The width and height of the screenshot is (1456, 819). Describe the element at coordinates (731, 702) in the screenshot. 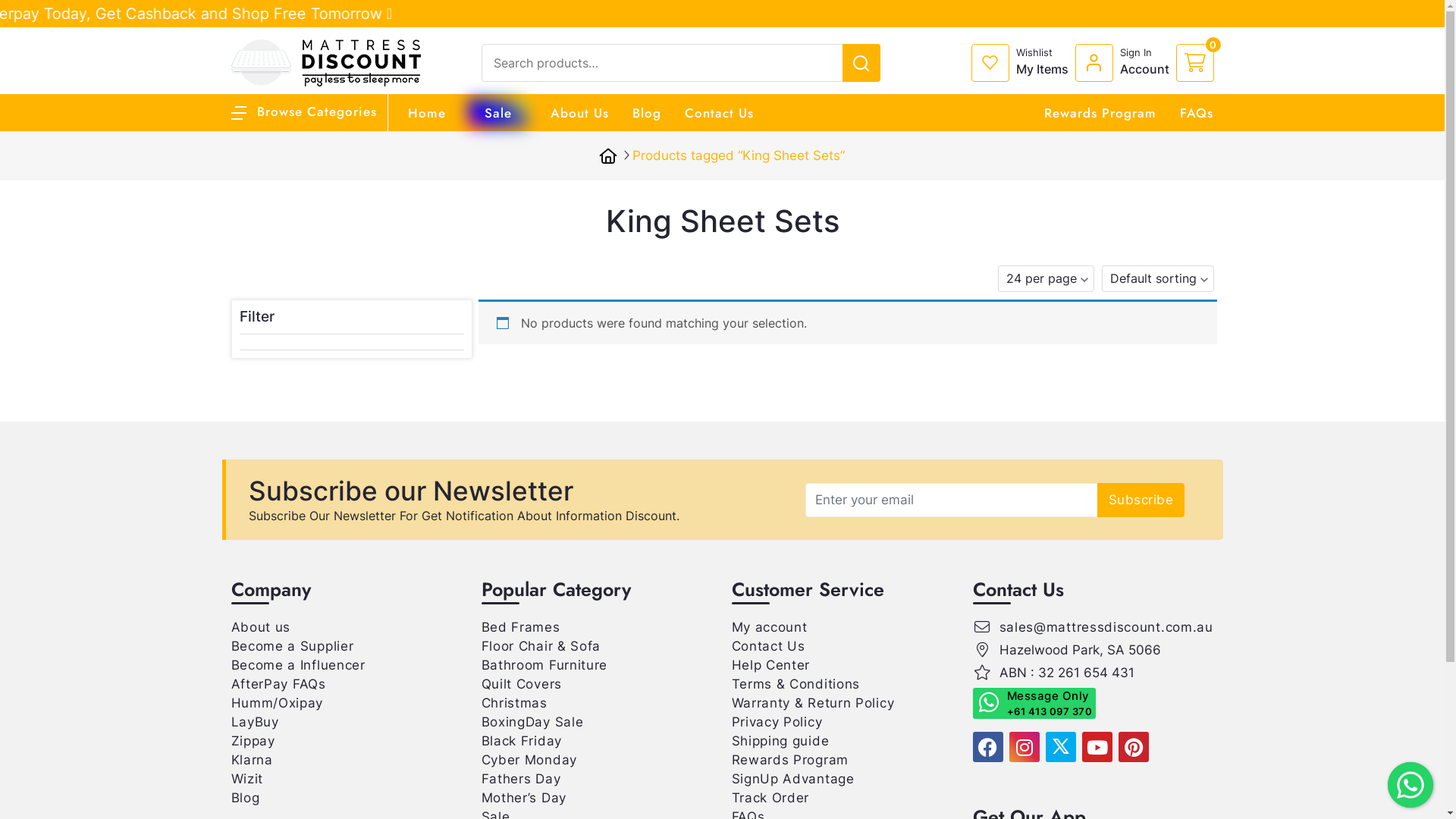

I see `'Warranty & Return Policy'` at that location.